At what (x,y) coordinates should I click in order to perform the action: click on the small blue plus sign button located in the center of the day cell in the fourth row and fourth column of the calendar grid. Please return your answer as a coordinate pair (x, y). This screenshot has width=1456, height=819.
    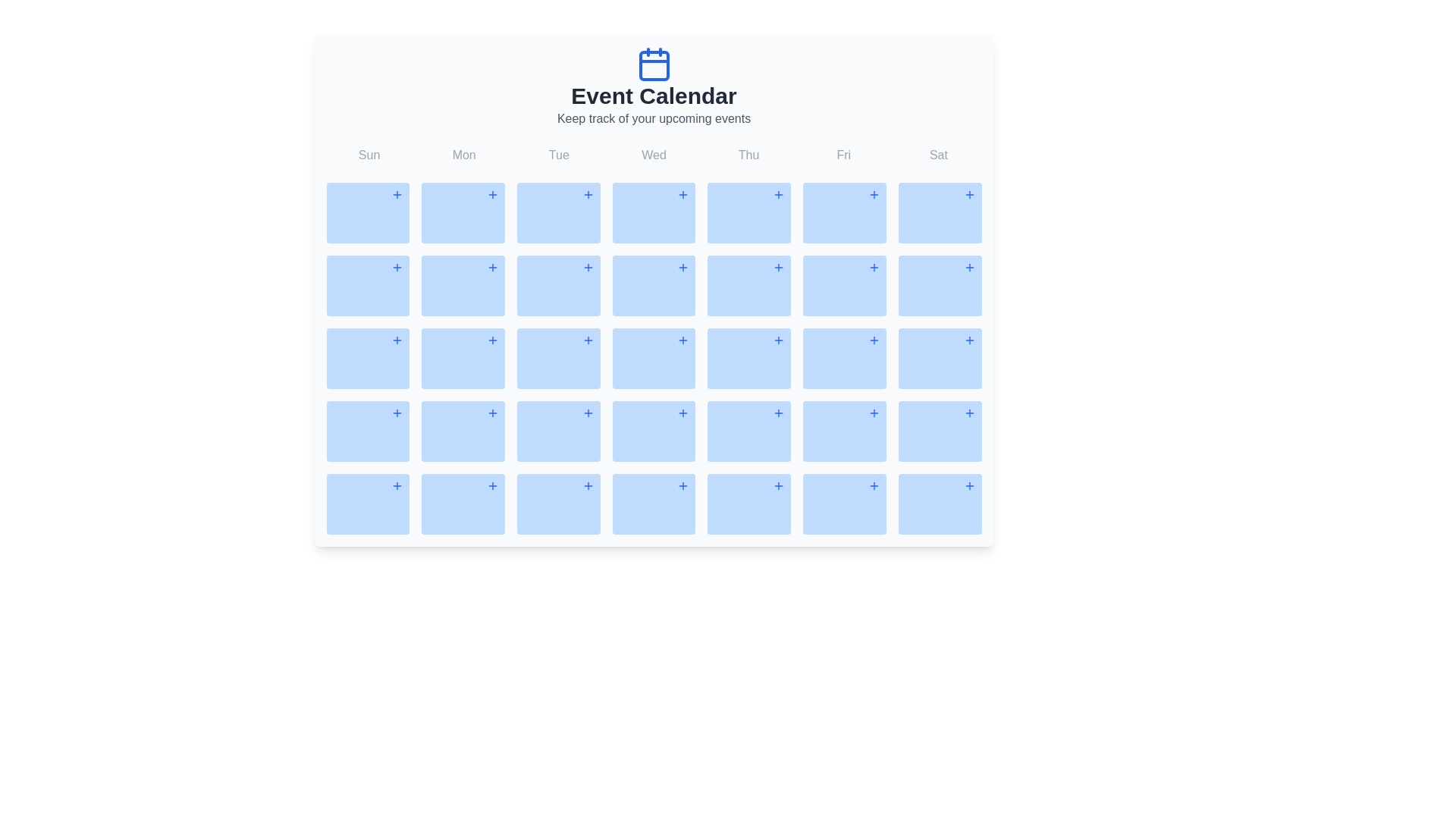
    Looking at the image, I should click on (682, 339).